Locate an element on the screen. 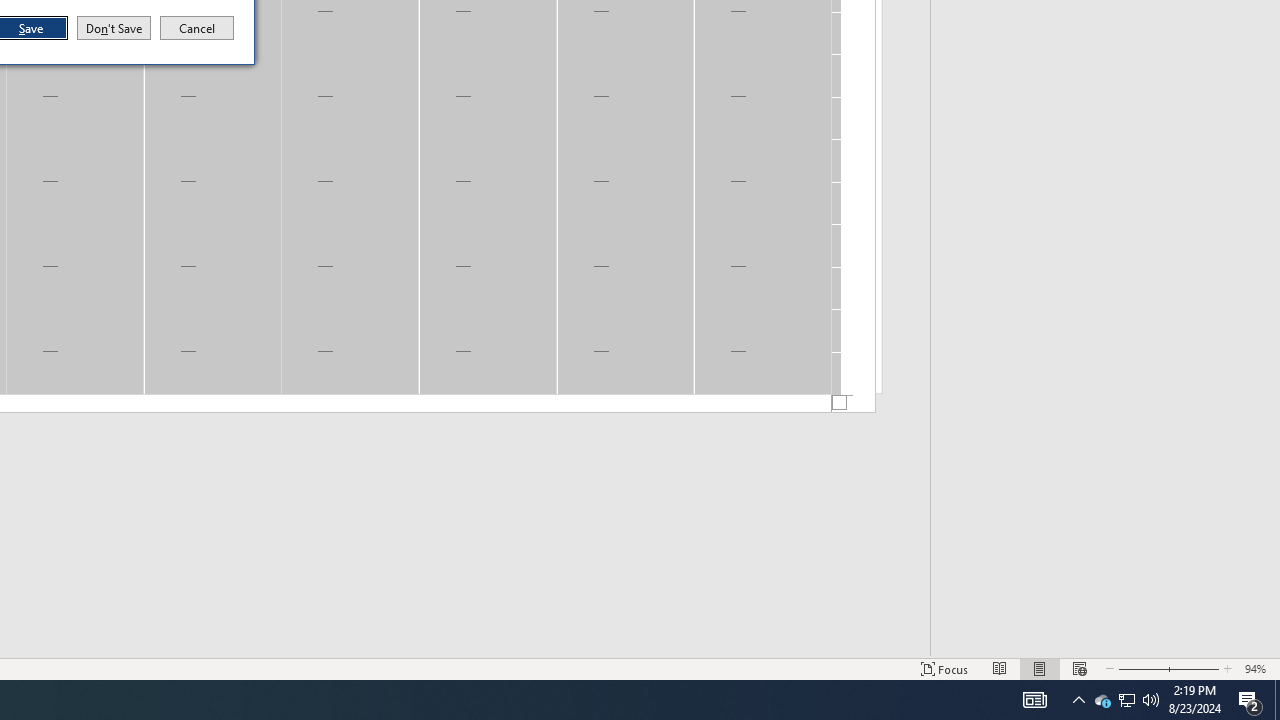 This screenshot has height=720, width=1280. 'Notification Chevron' is located at coordinates (1127, 698).